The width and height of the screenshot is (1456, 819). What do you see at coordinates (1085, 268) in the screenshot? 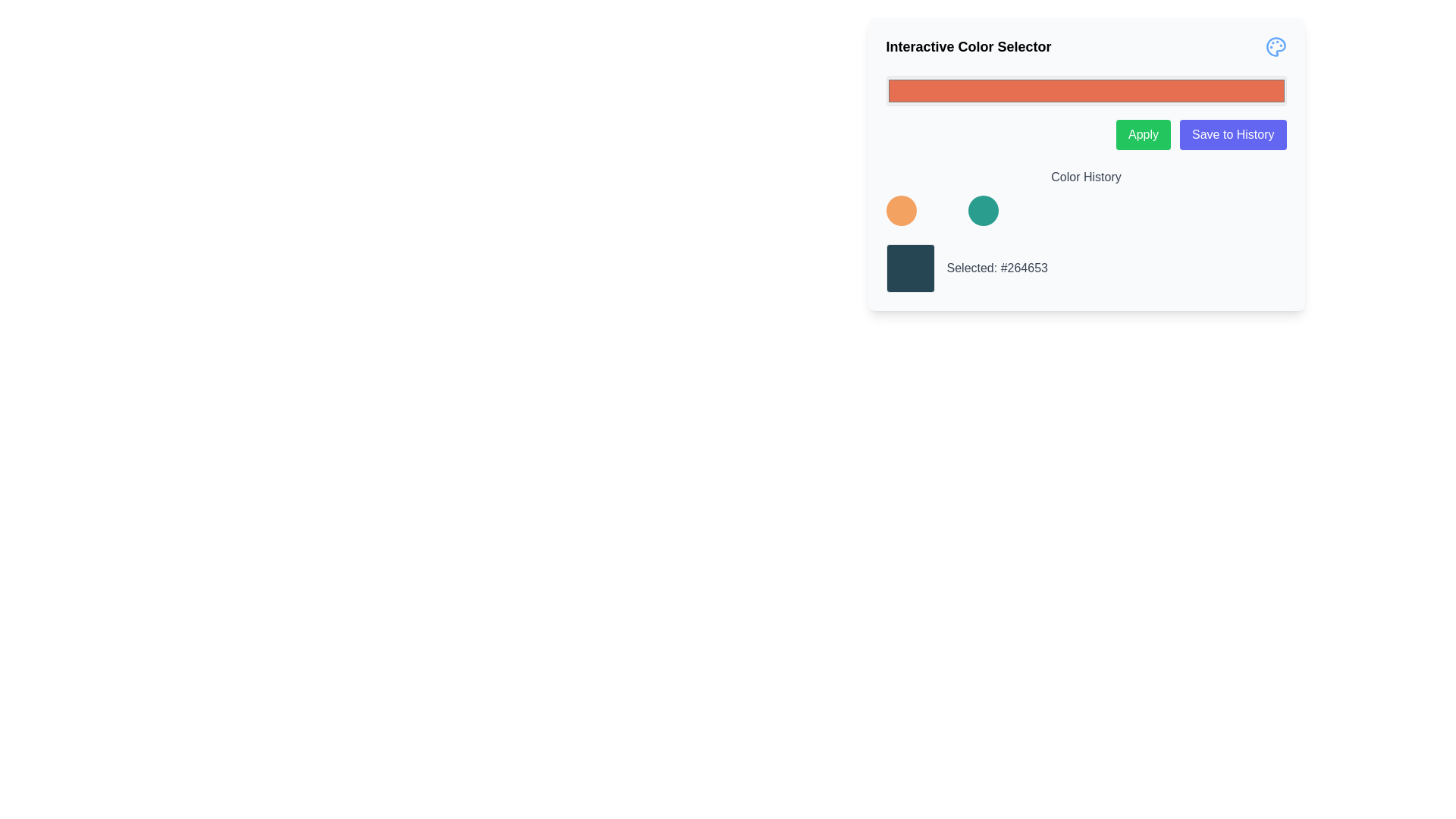
I see `the dark cyan color swatch within the Composite element labeled 'Selected: #264653'` at bounding box center [1085, 268].